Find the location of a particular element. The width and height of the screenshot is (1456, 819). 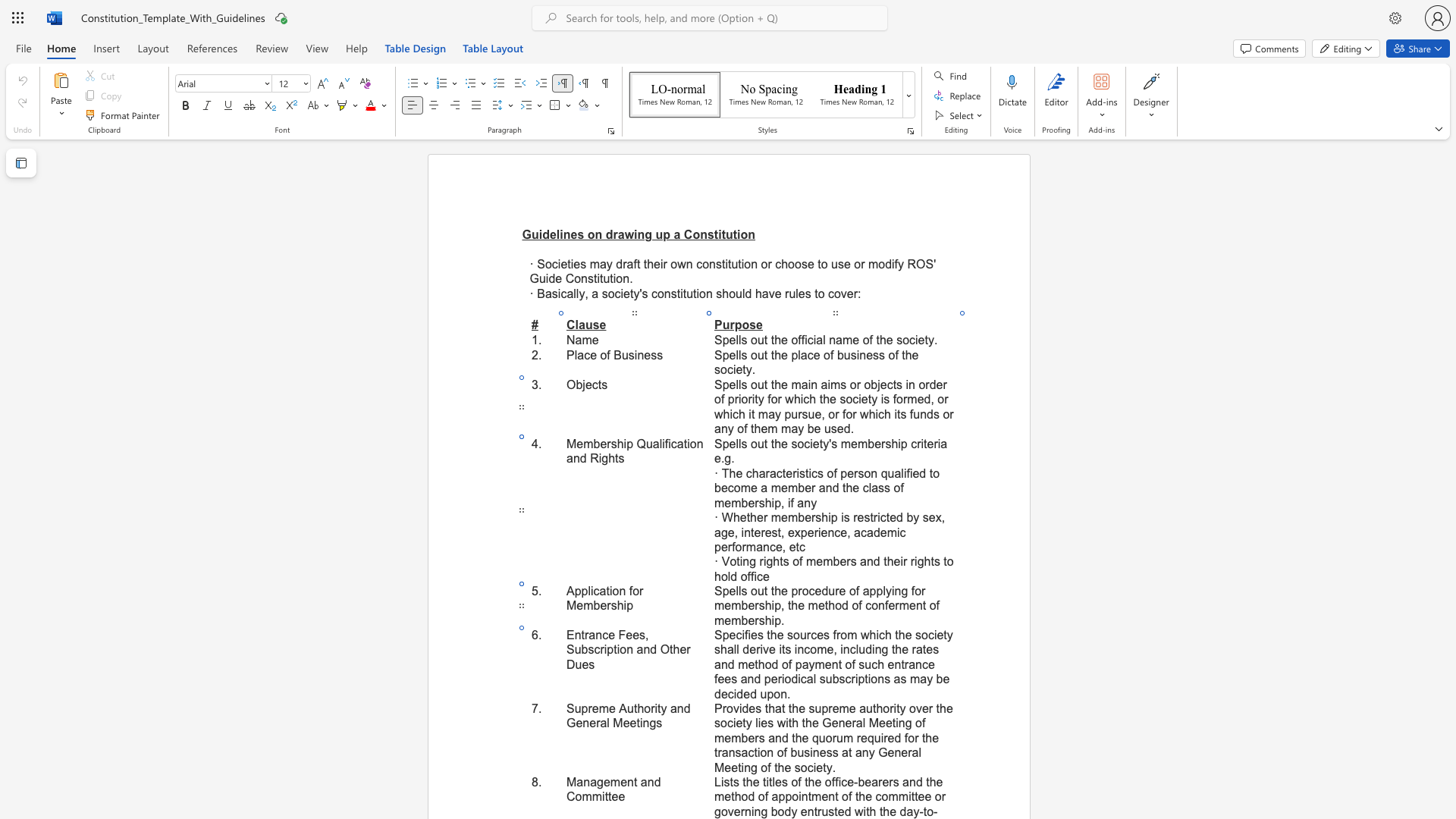

the 1th character "M" in the text is located at coordinates (618, 722).